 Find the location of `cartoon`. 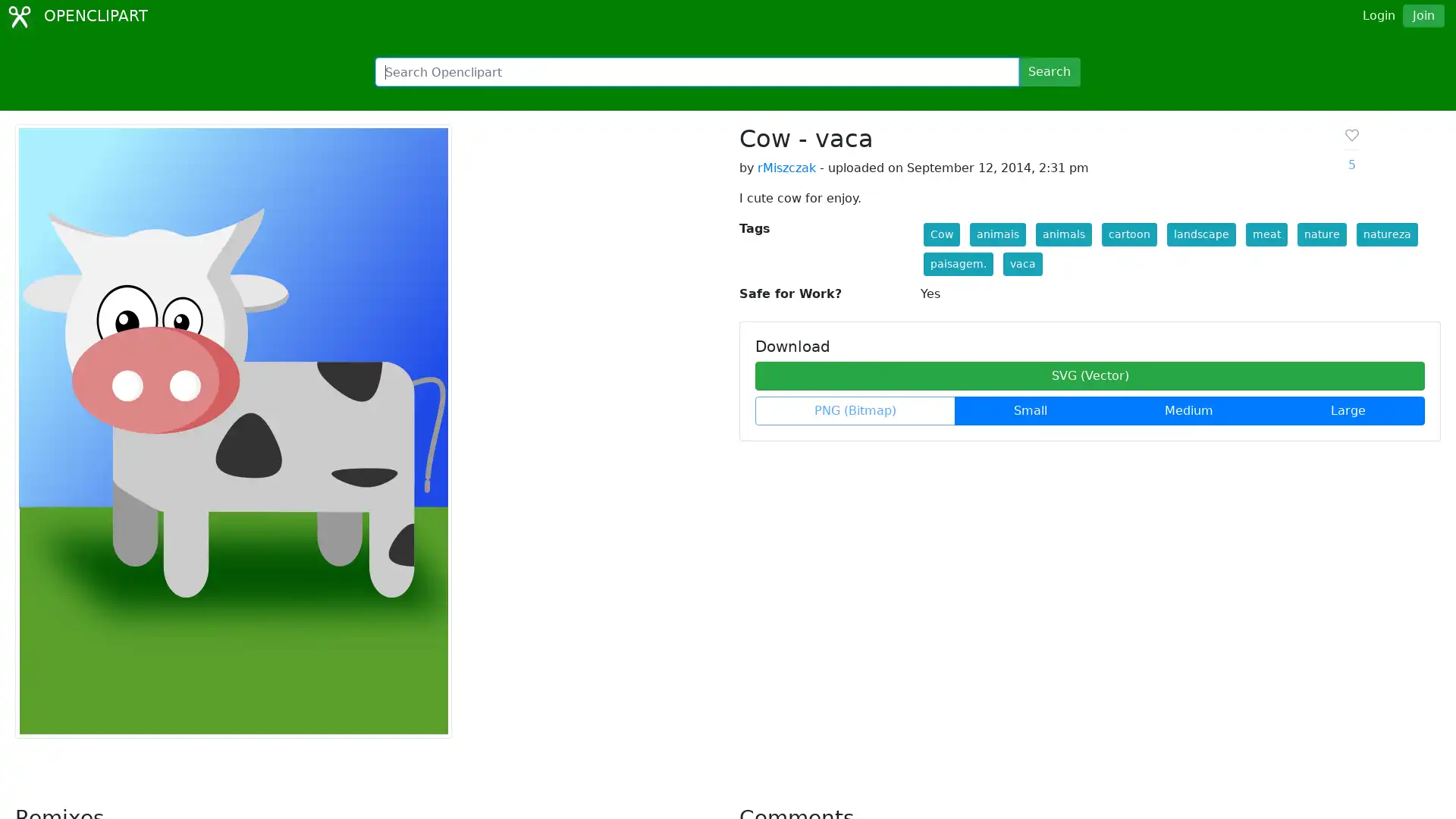

cartoon is located at coordinates (1128, 234).